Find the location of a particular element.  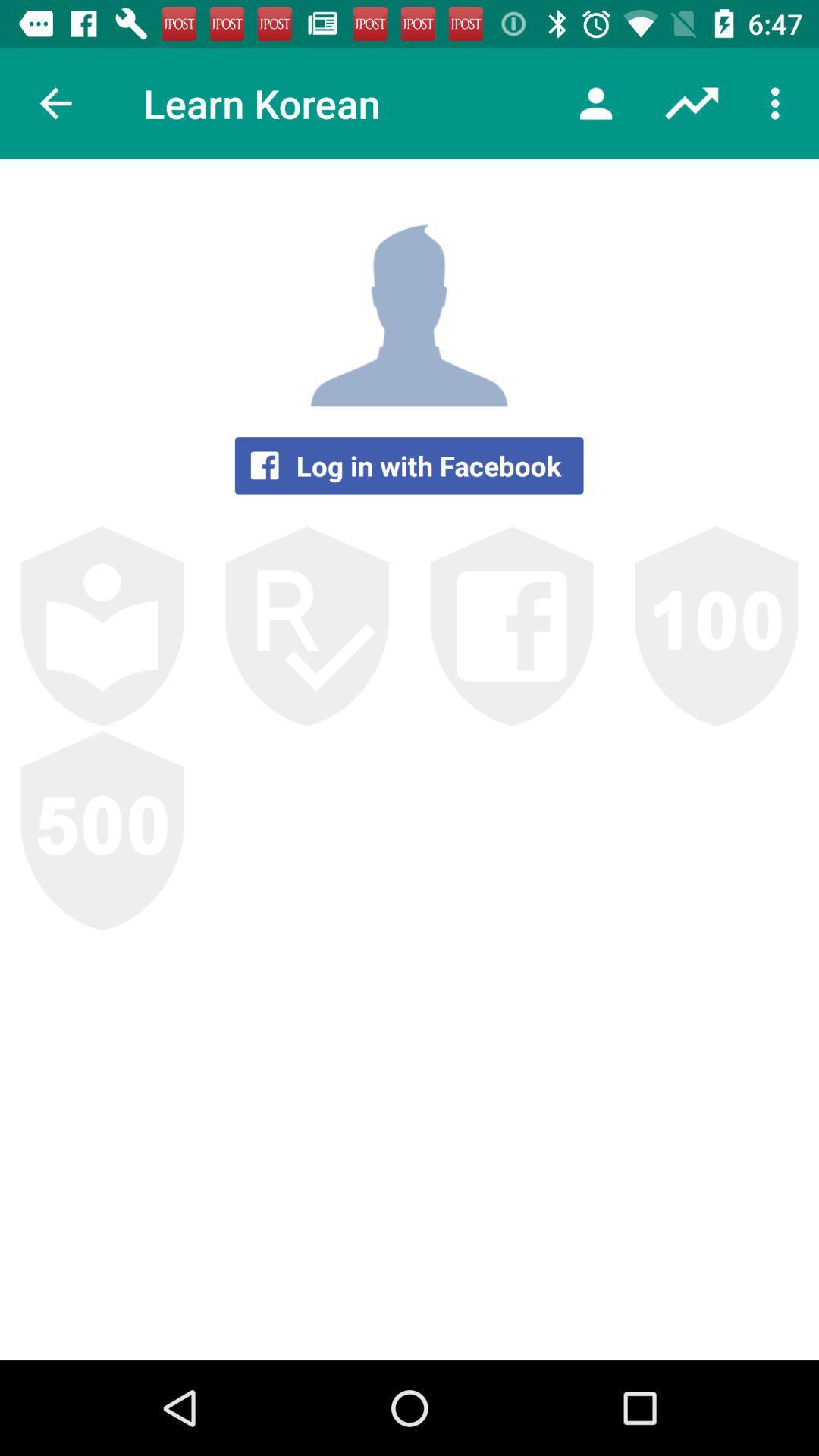

the item to the left of the learn korean icon is located at coordinates (55, 102).